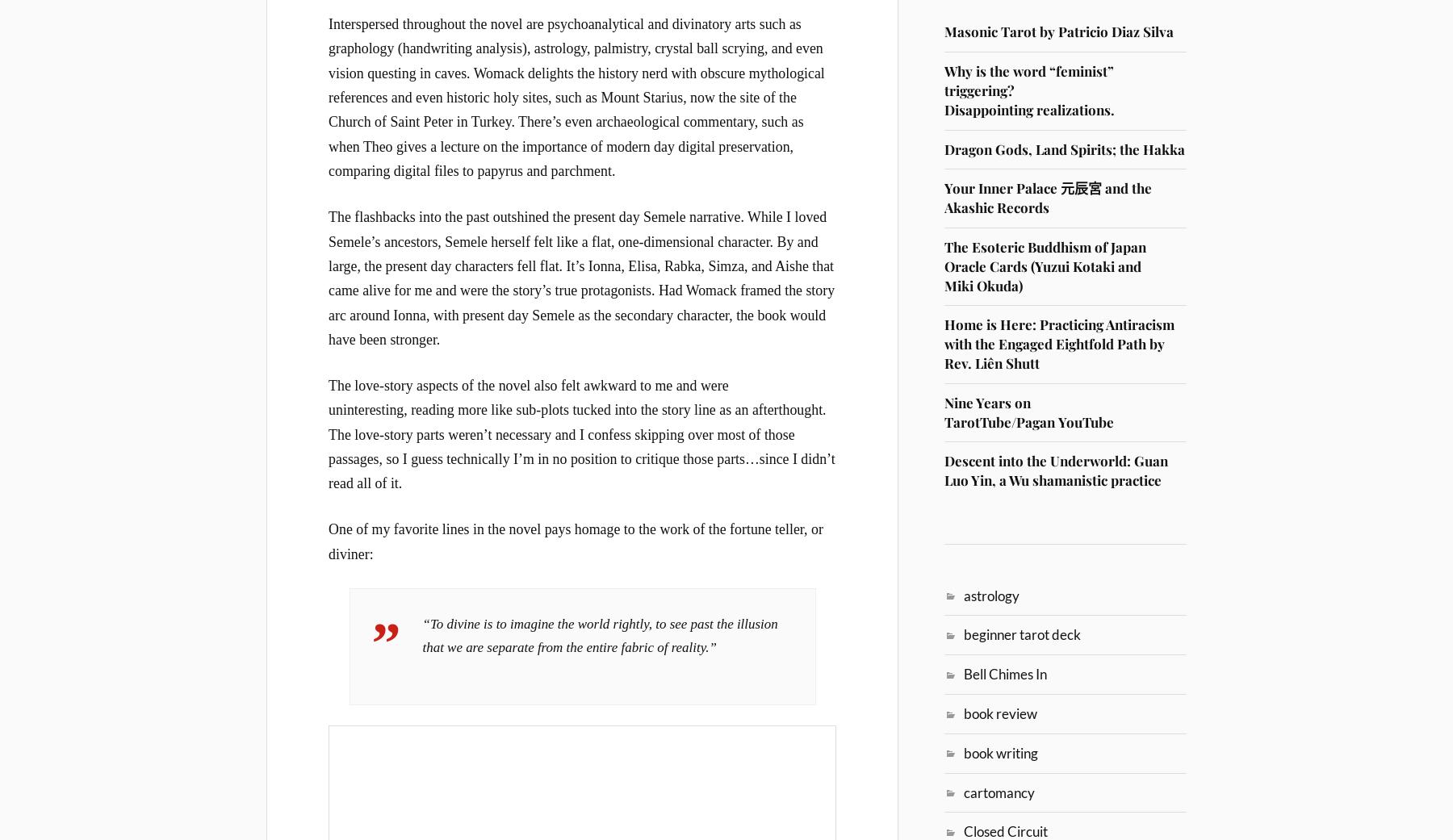  I want to click on 'book writing', so click(1001, 751).